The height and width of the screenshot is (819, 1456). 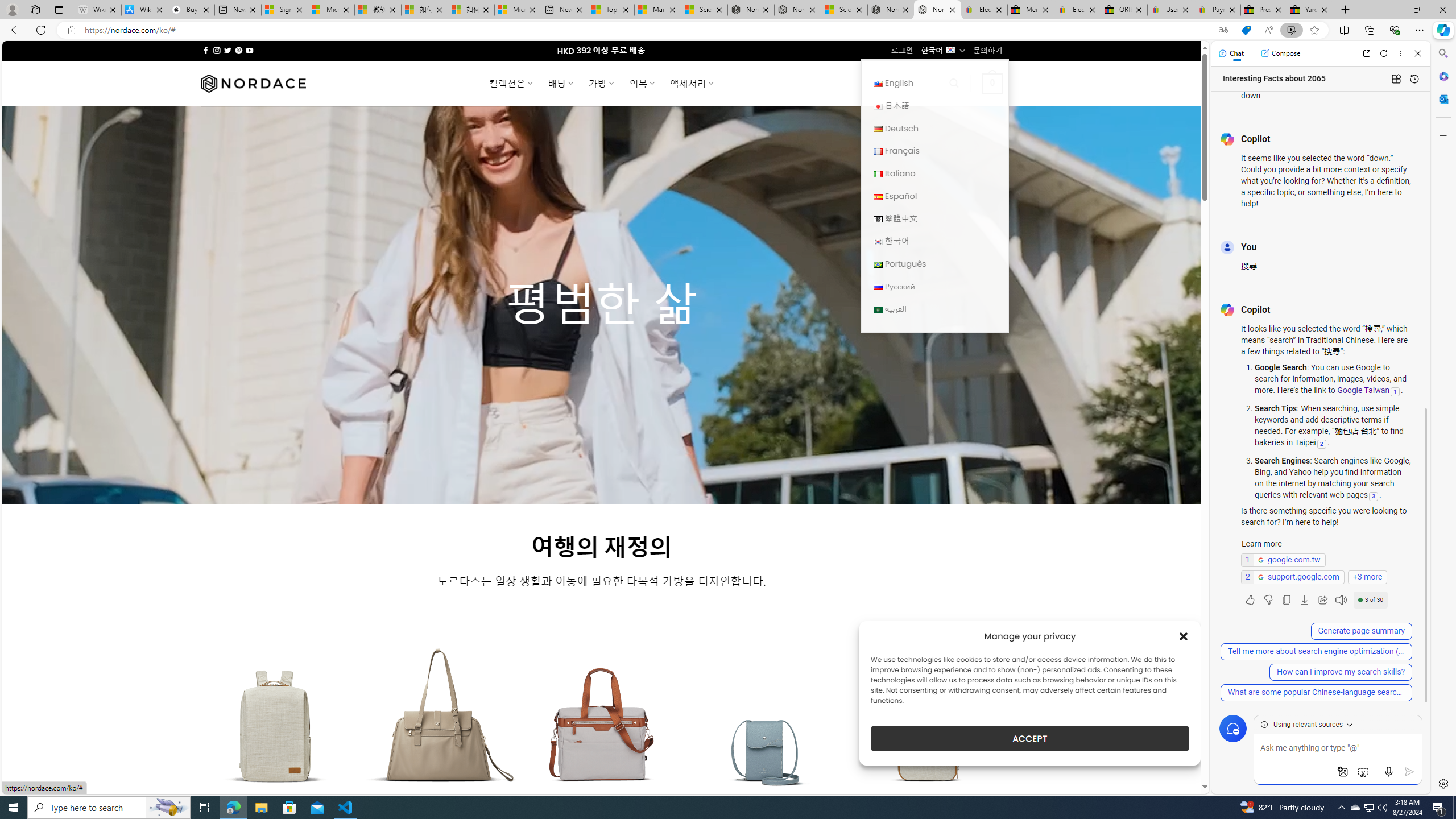 I want to click on 'Deutsch Deutsch', so click(x=934, y=128).